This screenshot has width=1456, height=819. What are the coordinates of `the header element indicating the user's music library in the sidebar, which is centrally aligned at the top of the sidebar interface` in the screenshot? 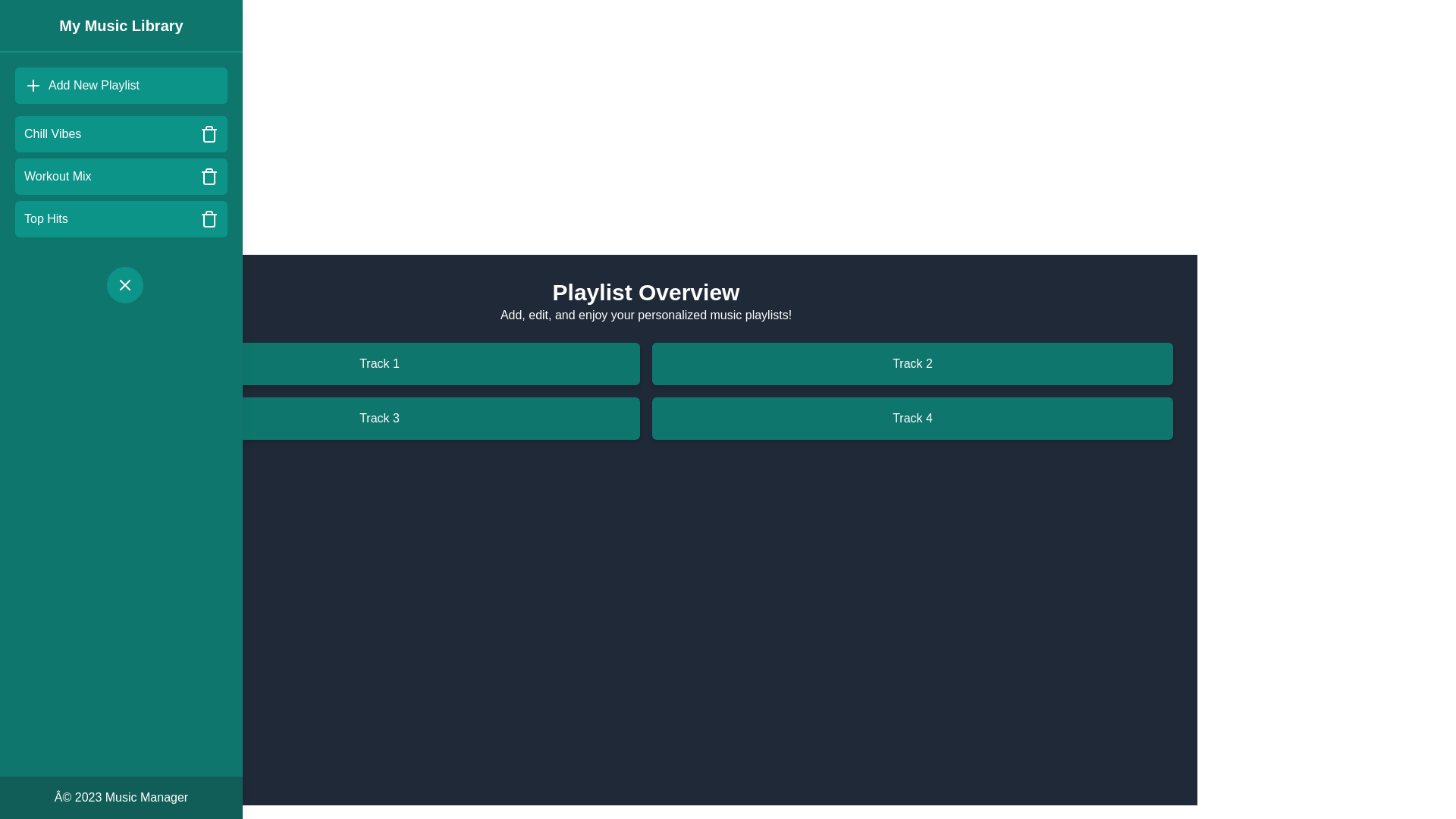 It's located at (120, 26).